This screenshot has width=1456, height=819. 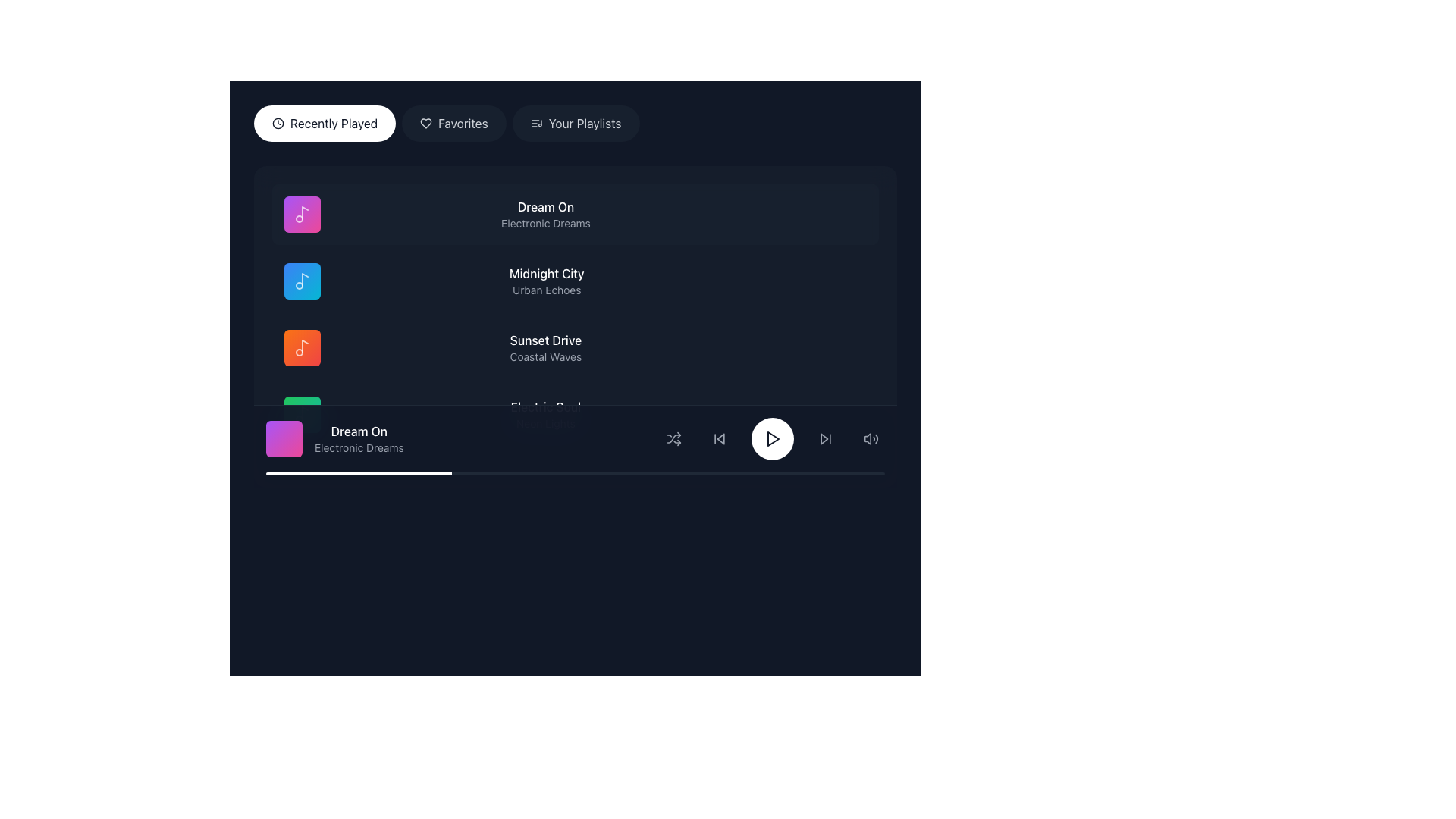 I want to click on to select the first list item titled 'Dream On' with a musical note icon and gray subtitle 'Electronic Dreams', so click(x=574, y=214).